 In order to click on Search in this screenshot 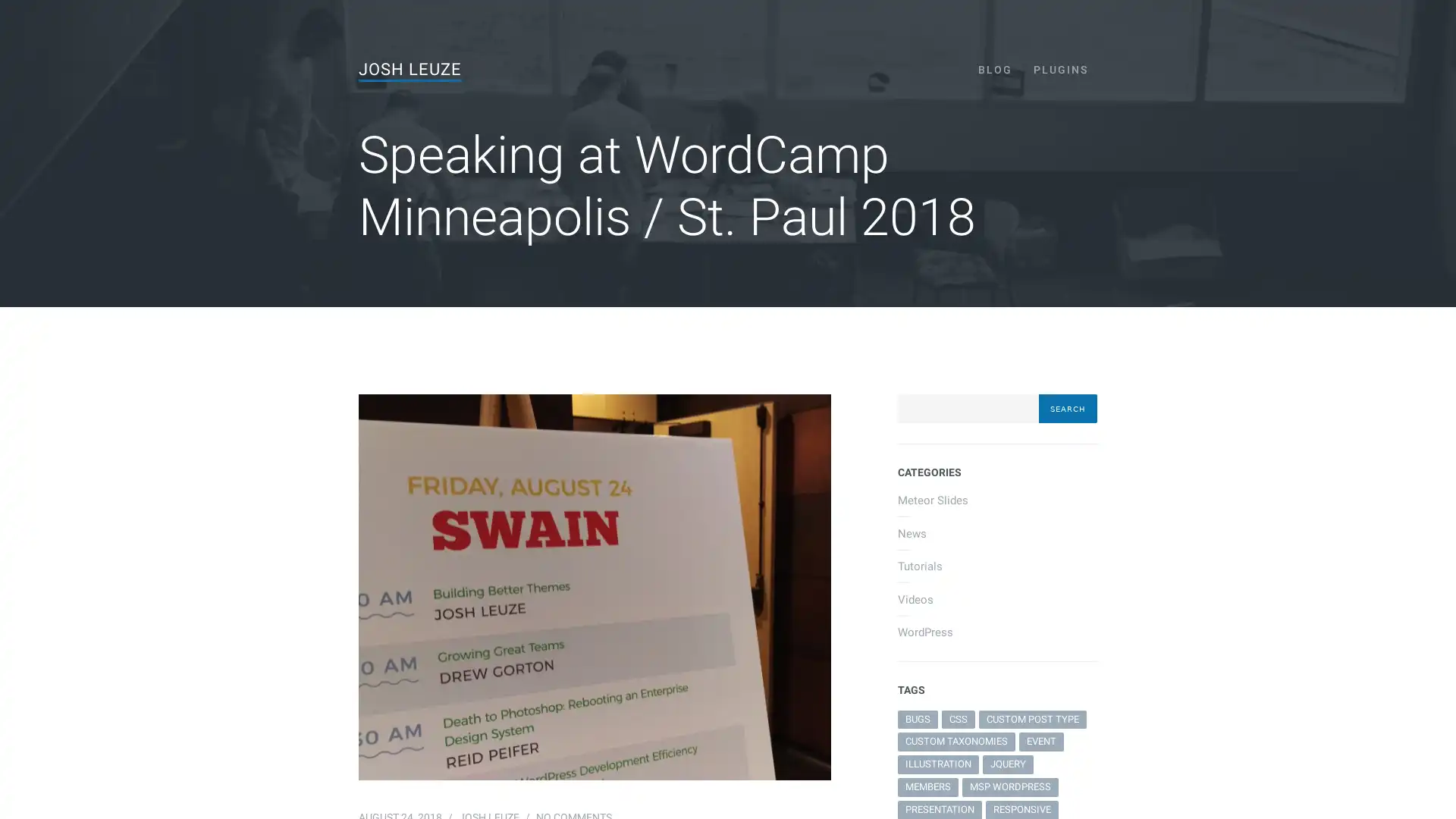, I will do `click(1066, 408)`.